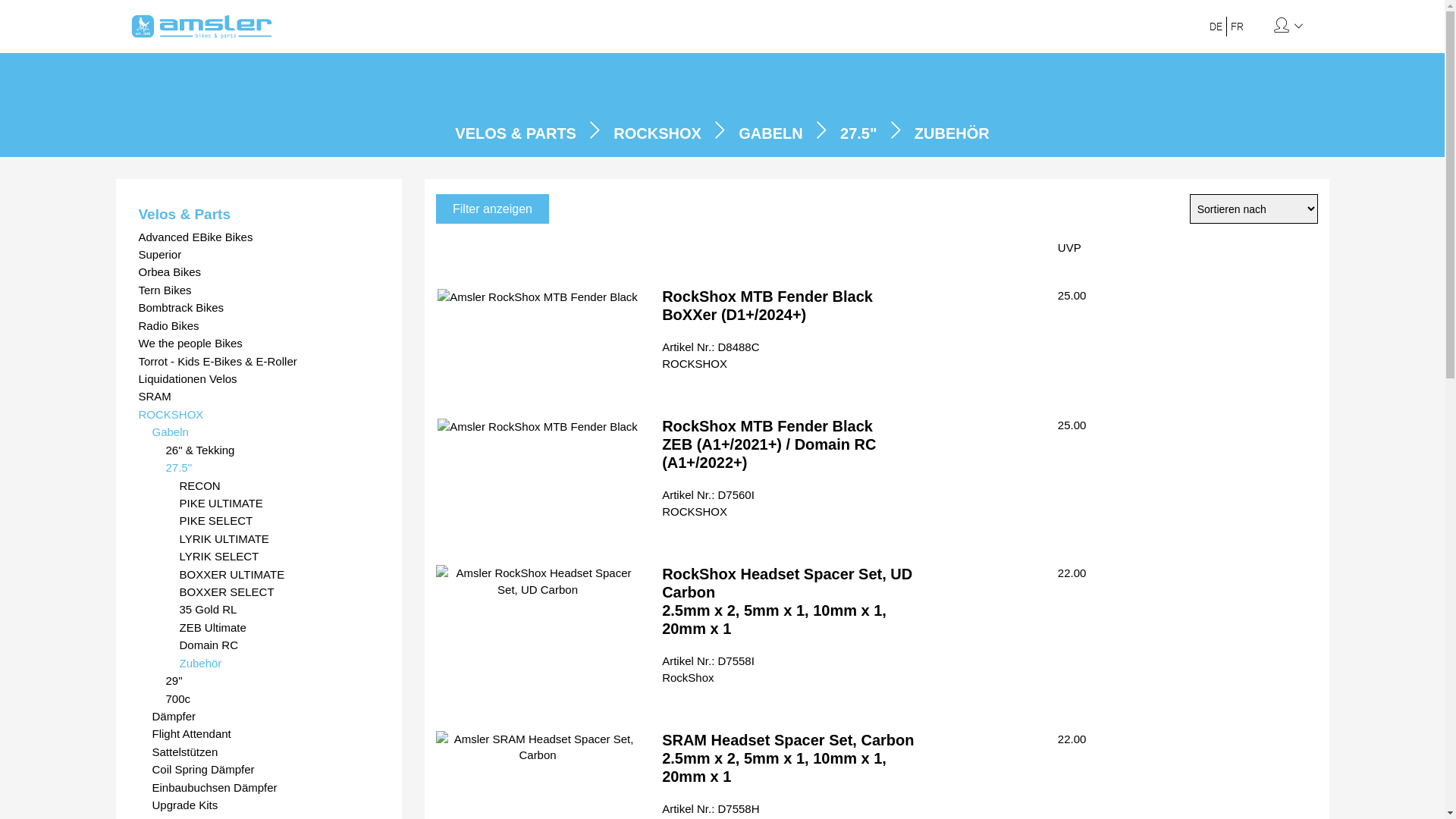  Describe the element at coordinates (662, 668) in the screenshot. I see `'Artikel Nr.: D7558I` at that location.